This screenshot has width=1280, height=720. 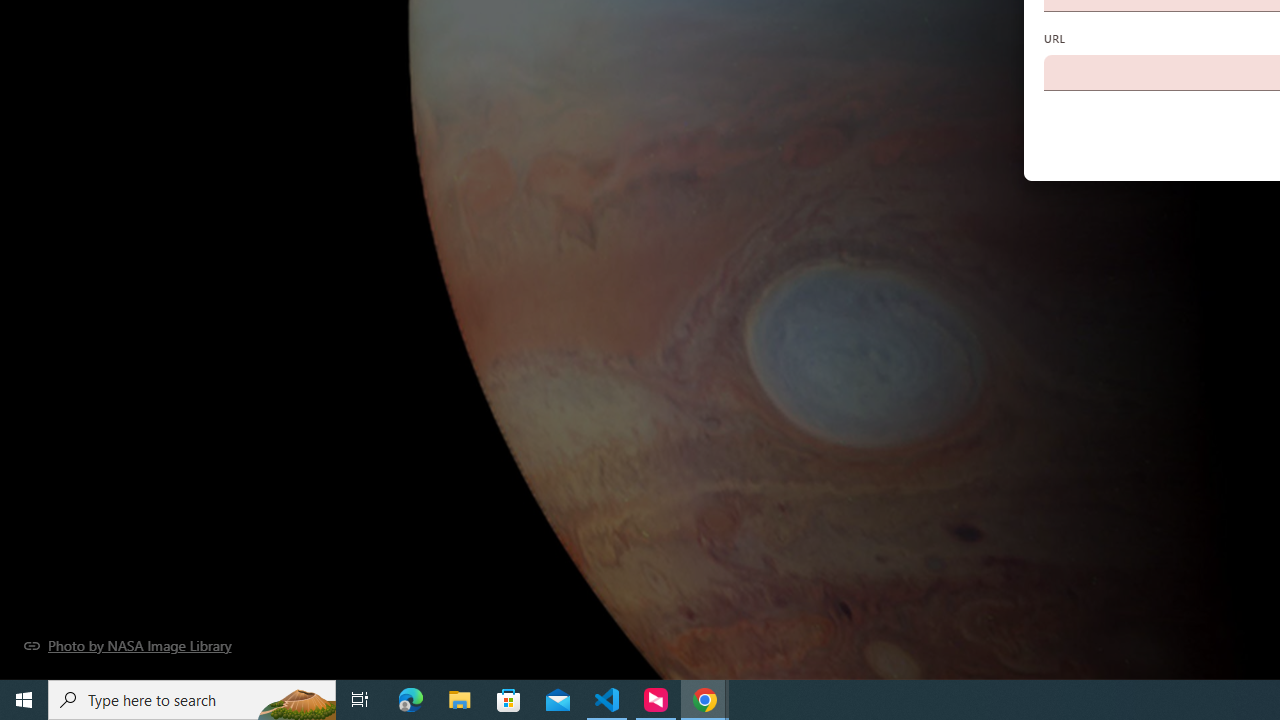 I want to click on 'Visual Studio Code - 1 running window', so click(x=606, y=698).